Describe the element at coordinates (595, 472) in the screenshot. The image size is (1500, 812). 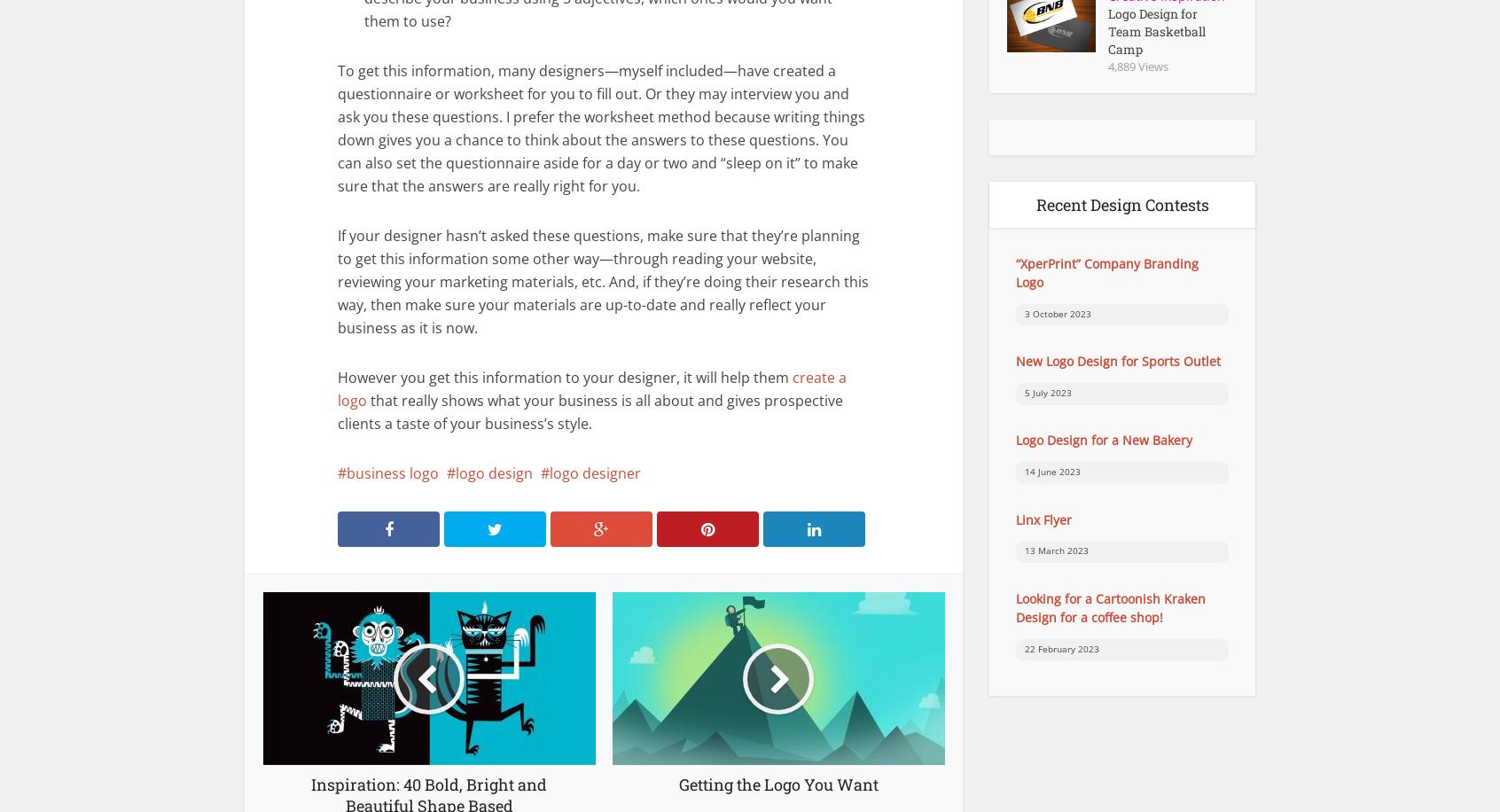
I see `'logo designer'` at that location.